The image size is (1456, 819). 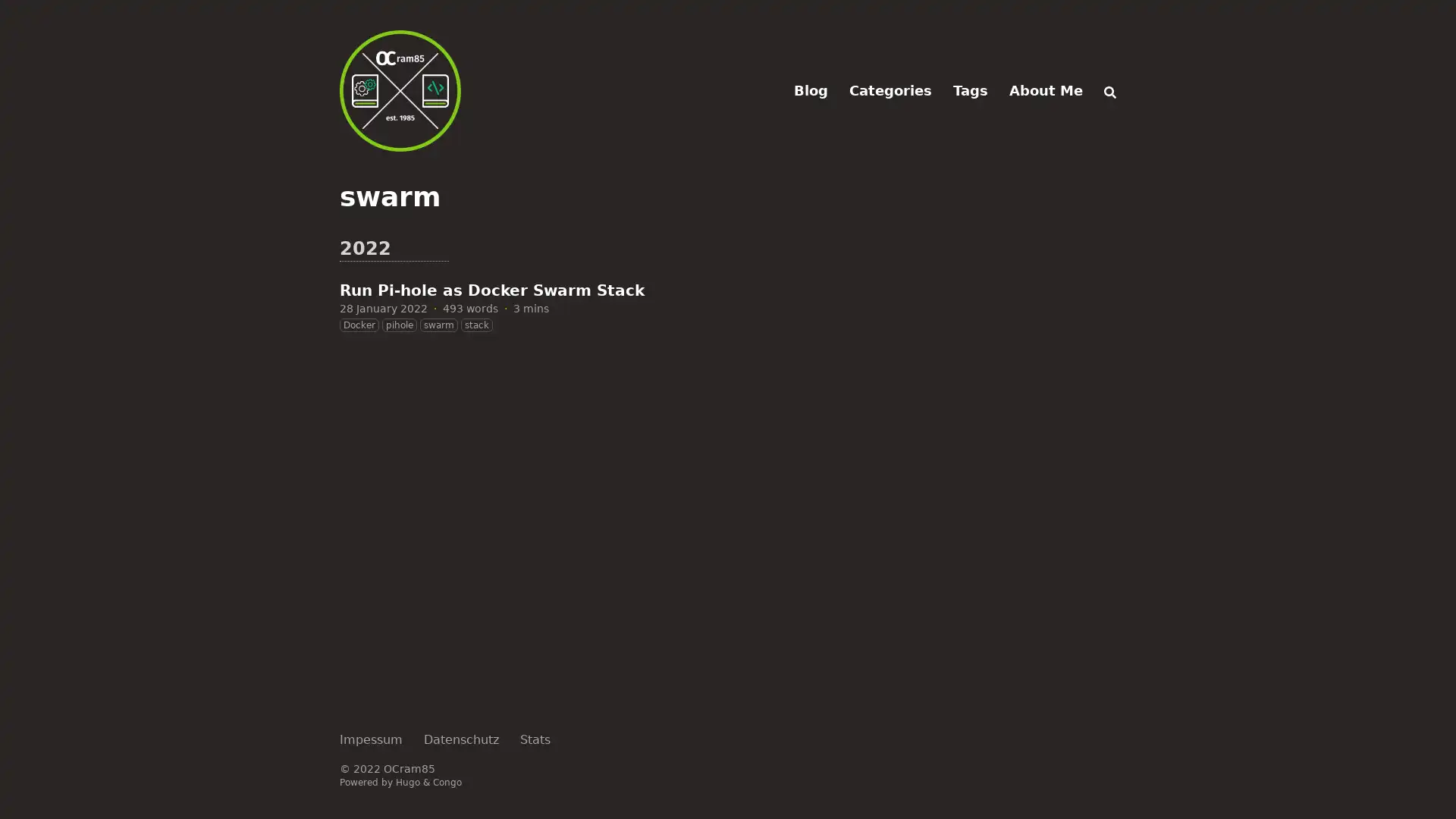 I want to click on Search (/), so click(x=1110, y=91).